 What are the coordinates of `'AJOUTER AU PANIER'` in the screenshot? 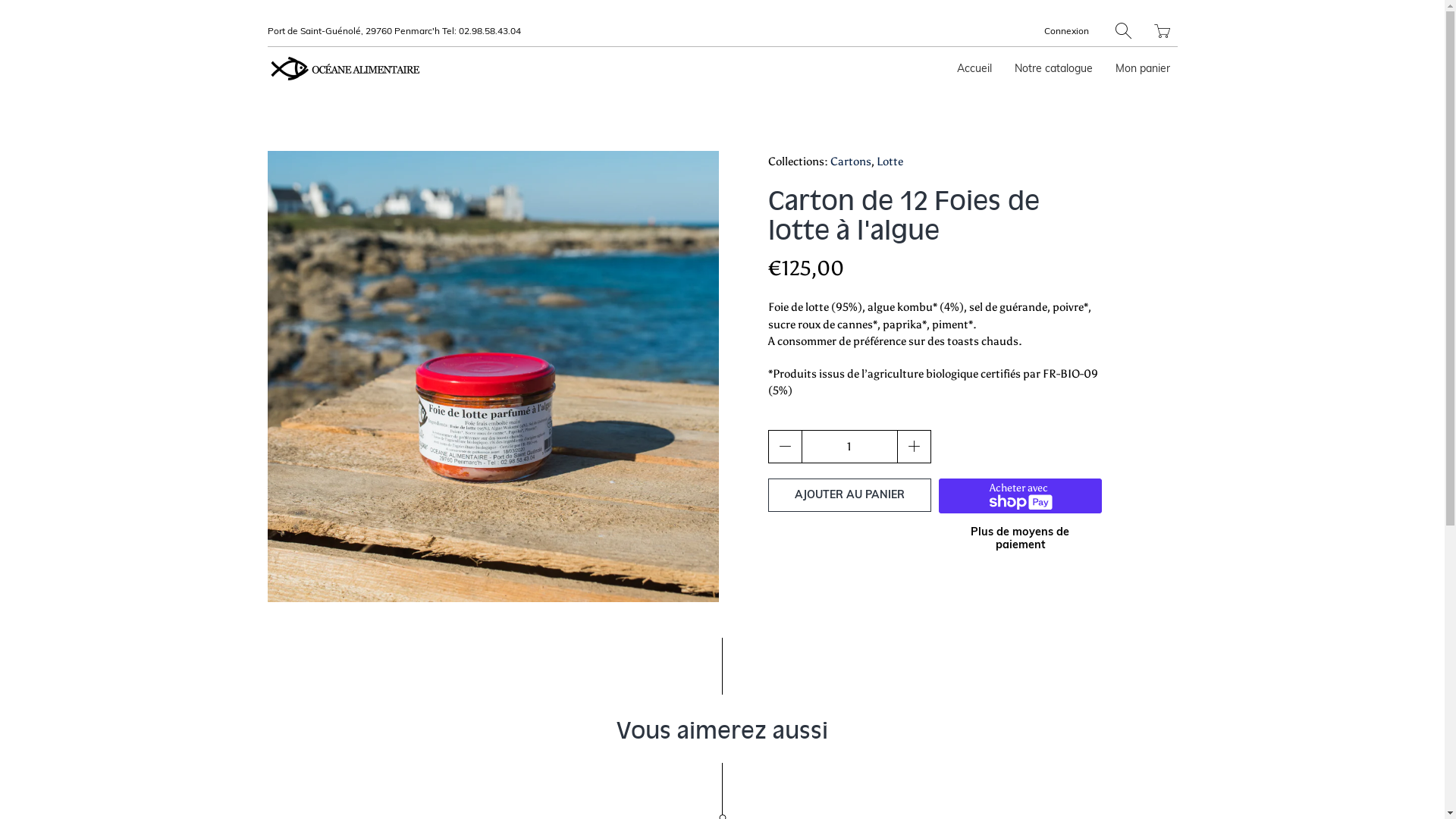 It's located at (848, 494).